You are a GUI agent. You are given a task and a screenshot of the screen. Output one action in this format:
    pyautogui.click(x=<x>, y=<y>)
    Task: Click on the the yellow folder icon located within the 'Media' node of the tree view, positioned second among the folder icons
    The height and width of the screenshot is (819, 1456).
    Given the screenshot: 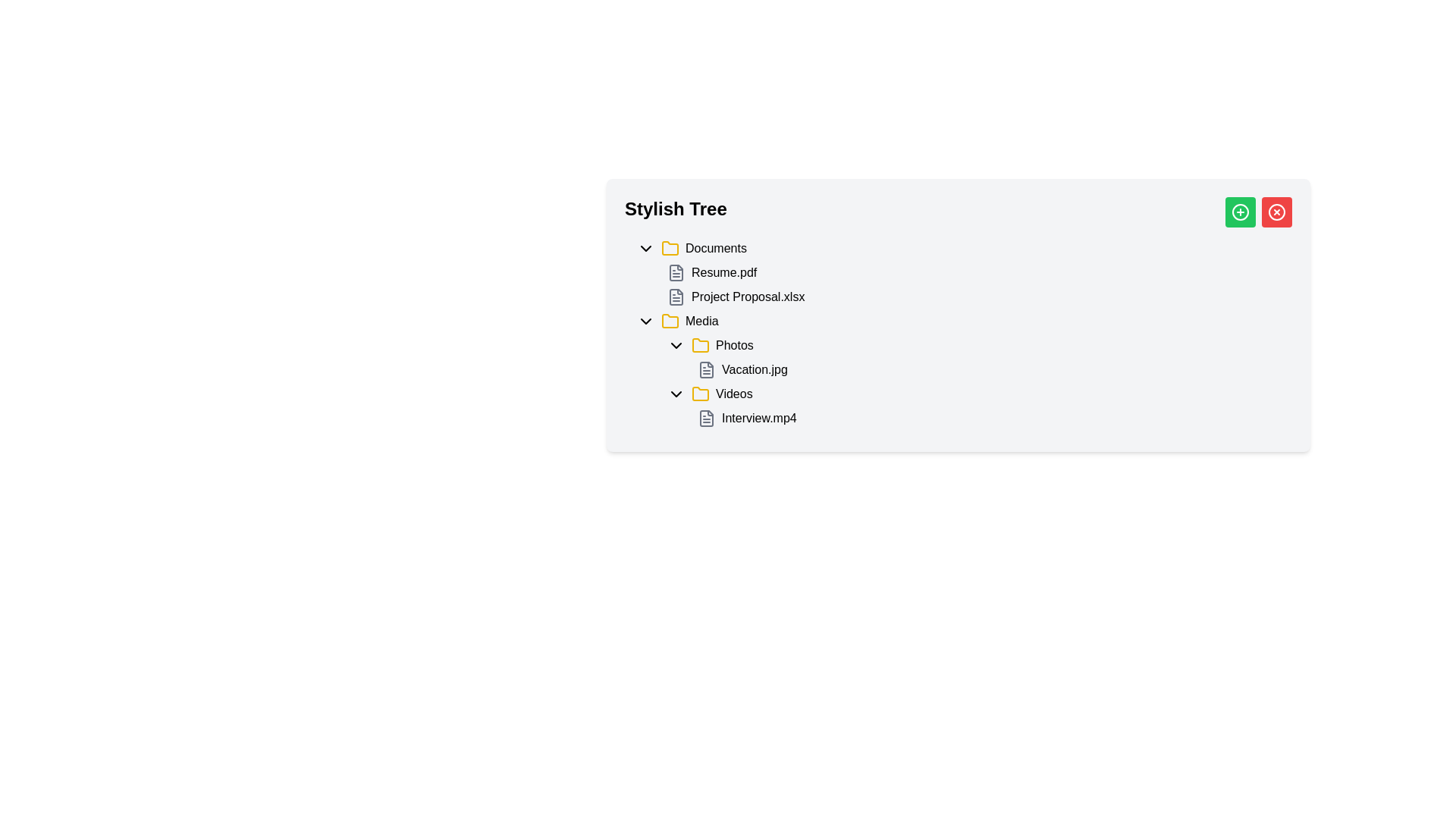 What is the action you would take?
    pyautogui.click(x=700, y=393)
    